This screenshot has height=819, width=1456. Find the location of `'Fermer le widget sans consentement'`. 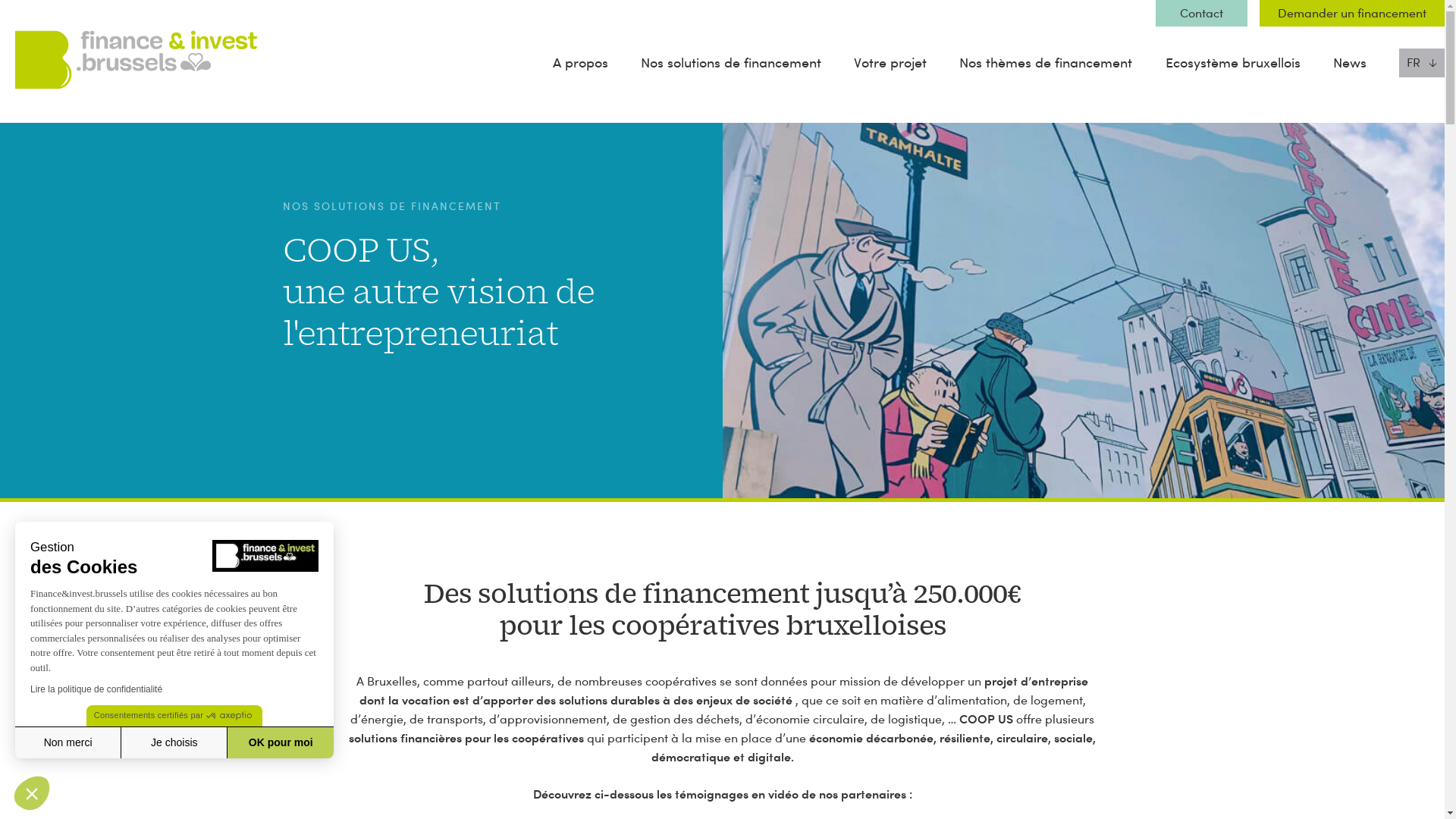

'Fermer le widget sans consentement' is located at coordinates (32, 792).